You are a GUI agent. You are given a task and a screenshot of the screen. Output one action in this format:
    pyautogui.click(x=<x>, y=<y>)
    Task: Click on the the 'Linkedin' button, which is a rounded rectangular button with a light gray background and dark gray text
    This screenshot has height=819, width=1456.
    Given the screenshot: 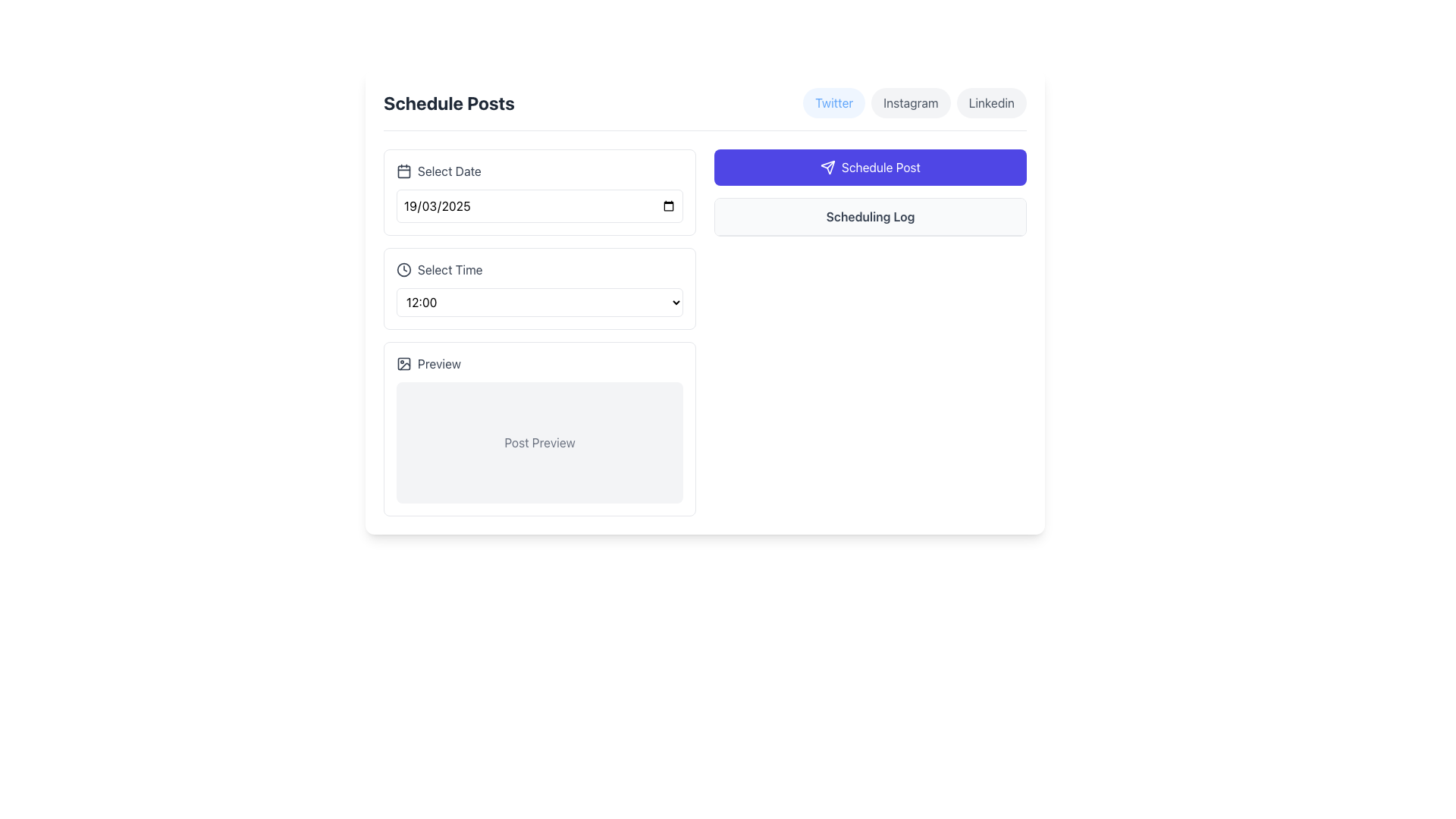 What is the action you would take?
    pyautogui.click(x=991, y=102)
    